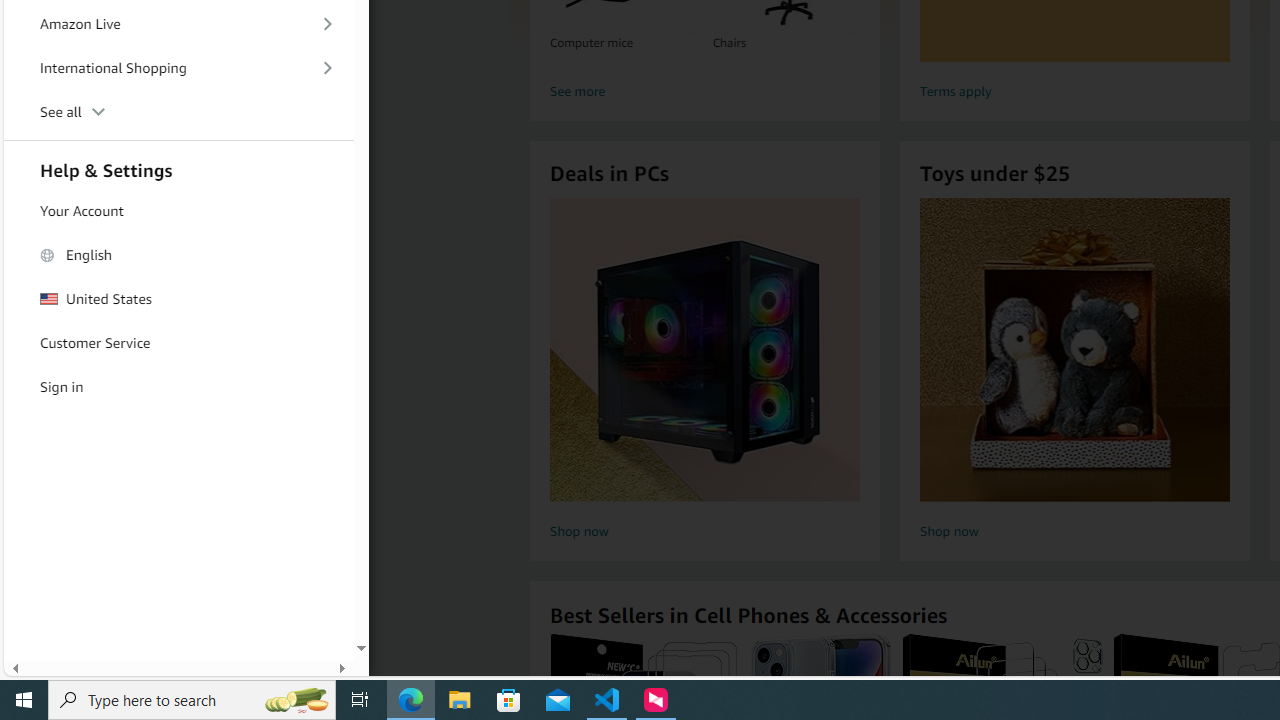  I want to click on 'Your Account', so click(179, 212).